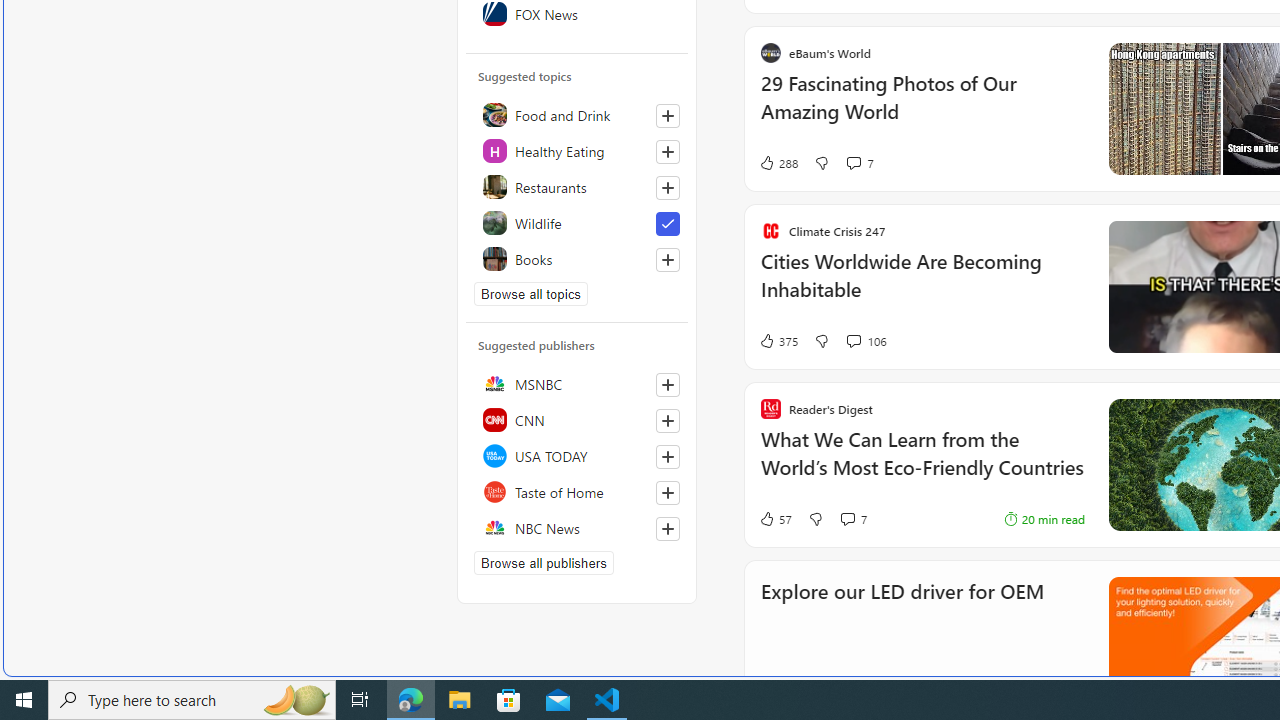  Describe the element at coordinates (668, 527) in the screenshot. I see `'Follow this source'` at that location.